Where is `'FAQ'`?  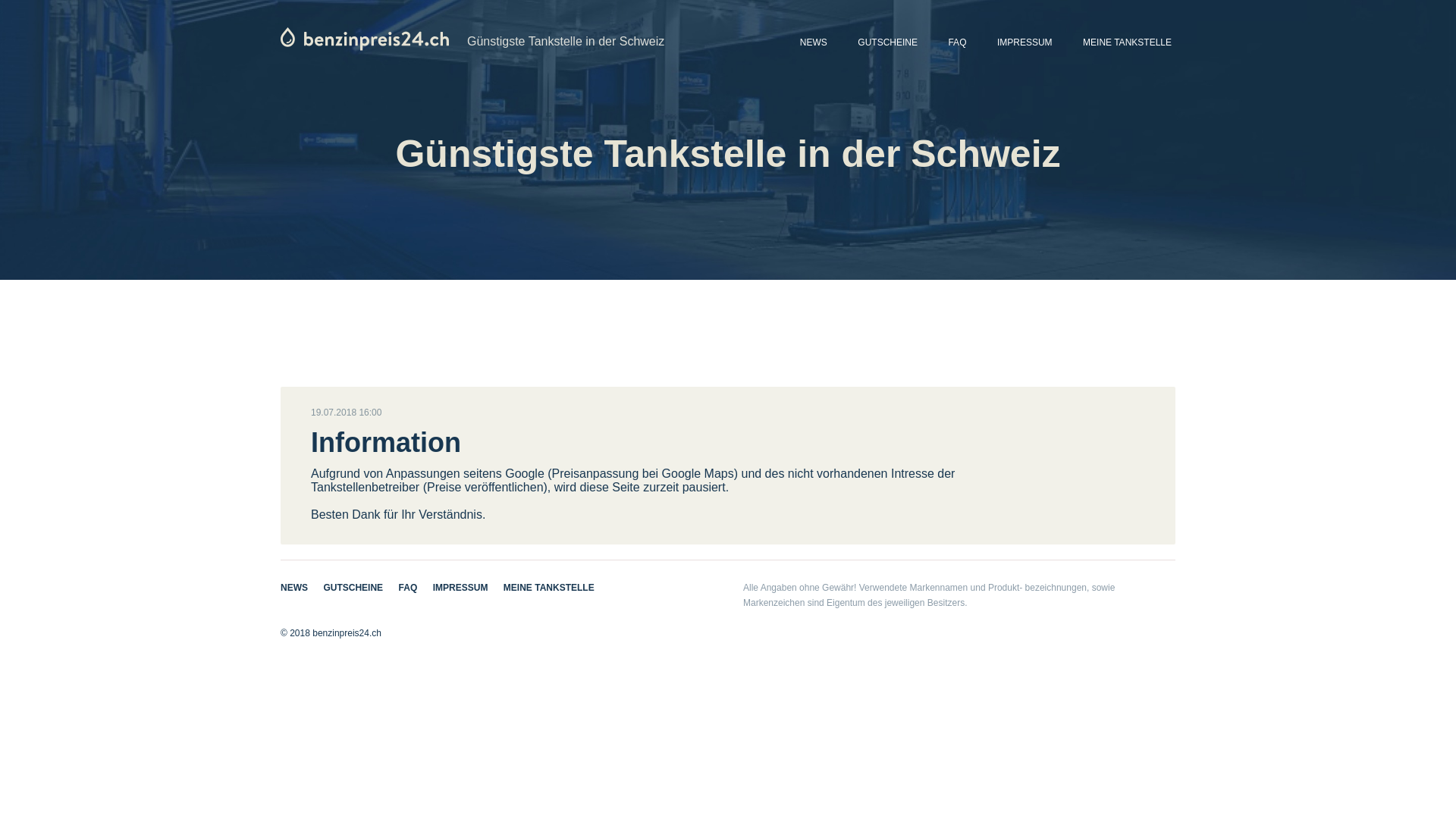 'FAQ' is located at coordinates (956, 42).